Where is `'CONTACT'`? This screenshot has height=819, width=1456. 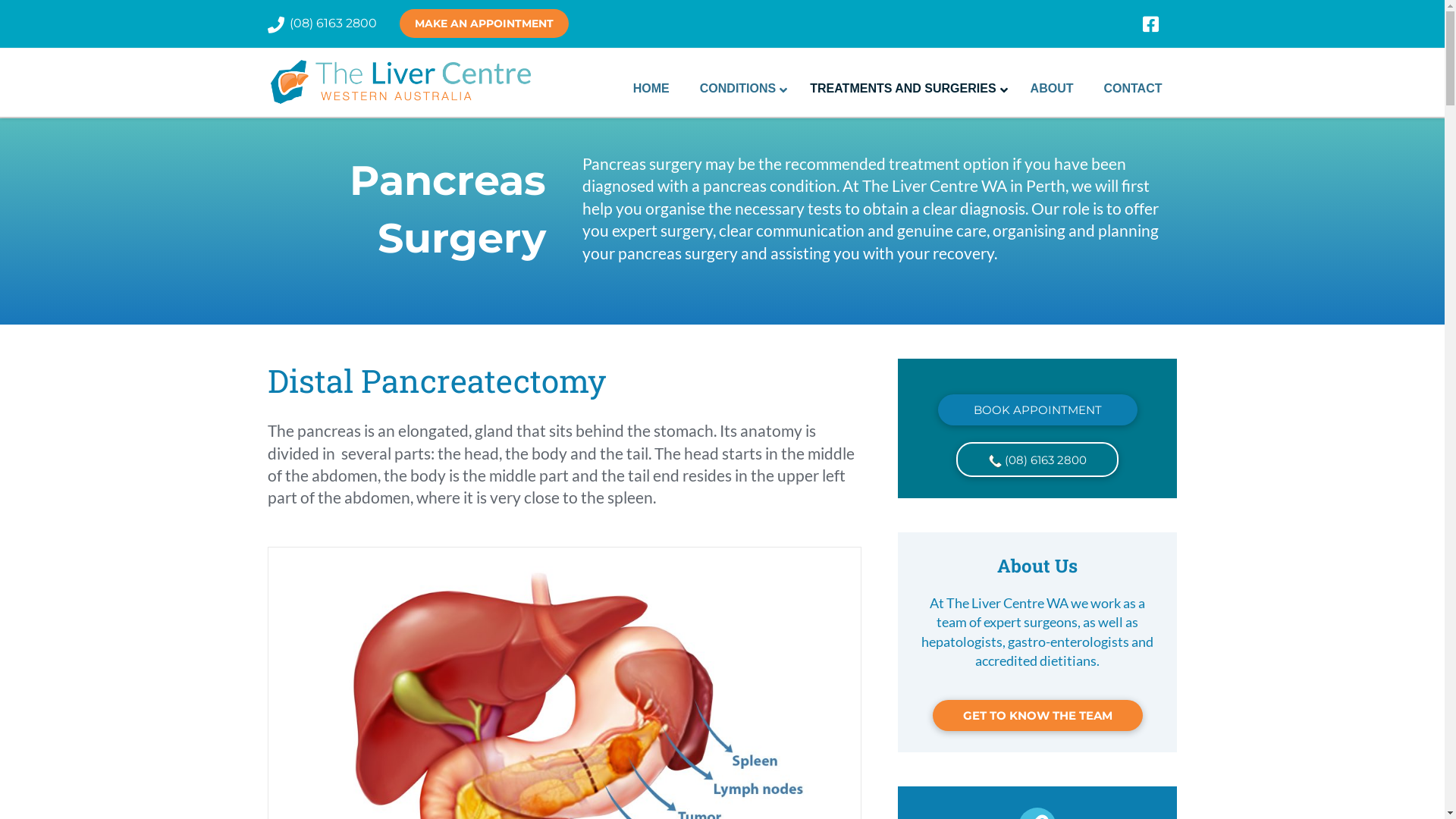
'CONTACT' is located at coordinates (1132, 88).